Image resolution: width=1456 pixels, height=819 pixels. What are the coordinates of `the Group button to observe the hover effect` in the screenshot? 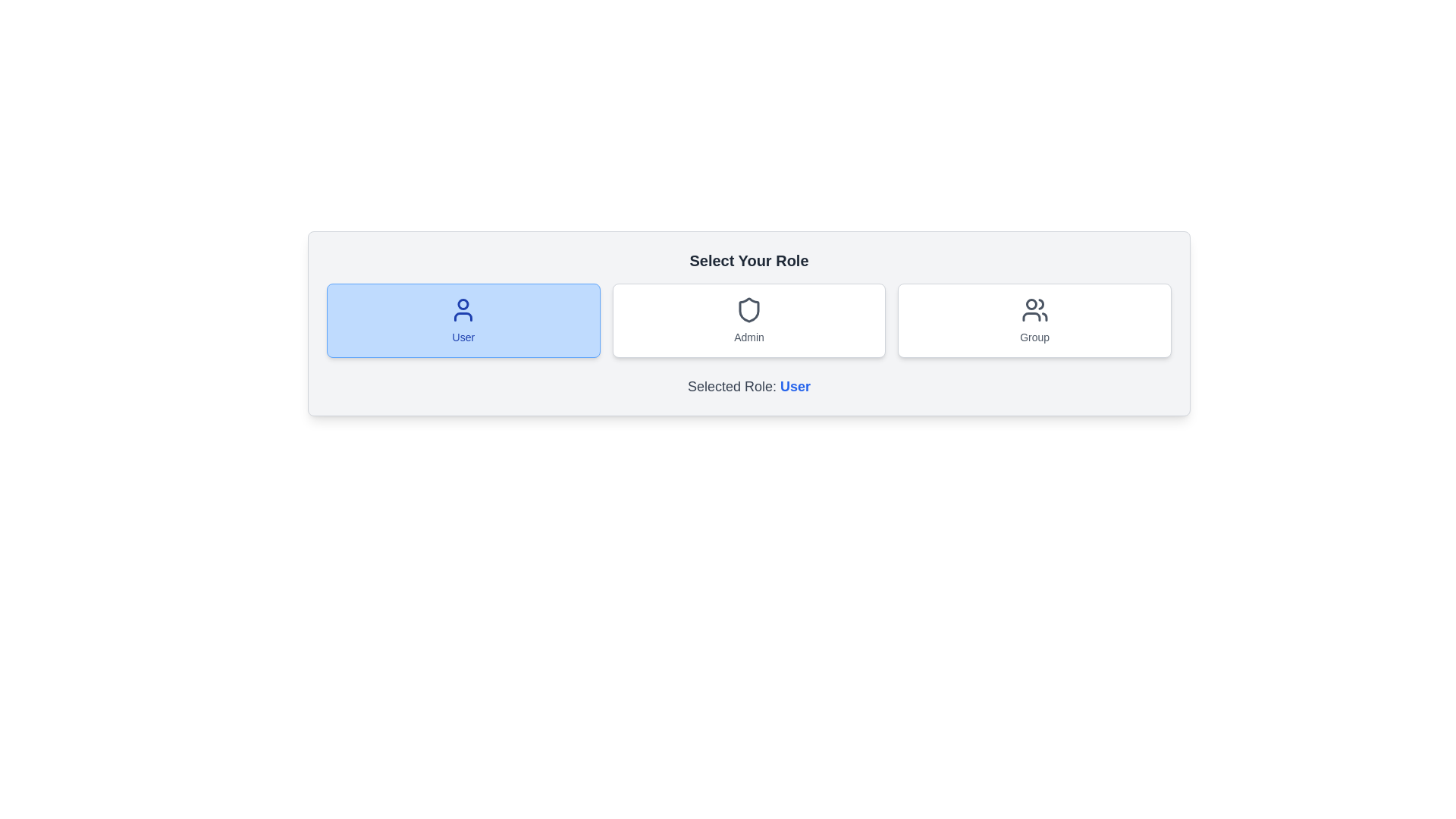 It's located at (1033, 320).